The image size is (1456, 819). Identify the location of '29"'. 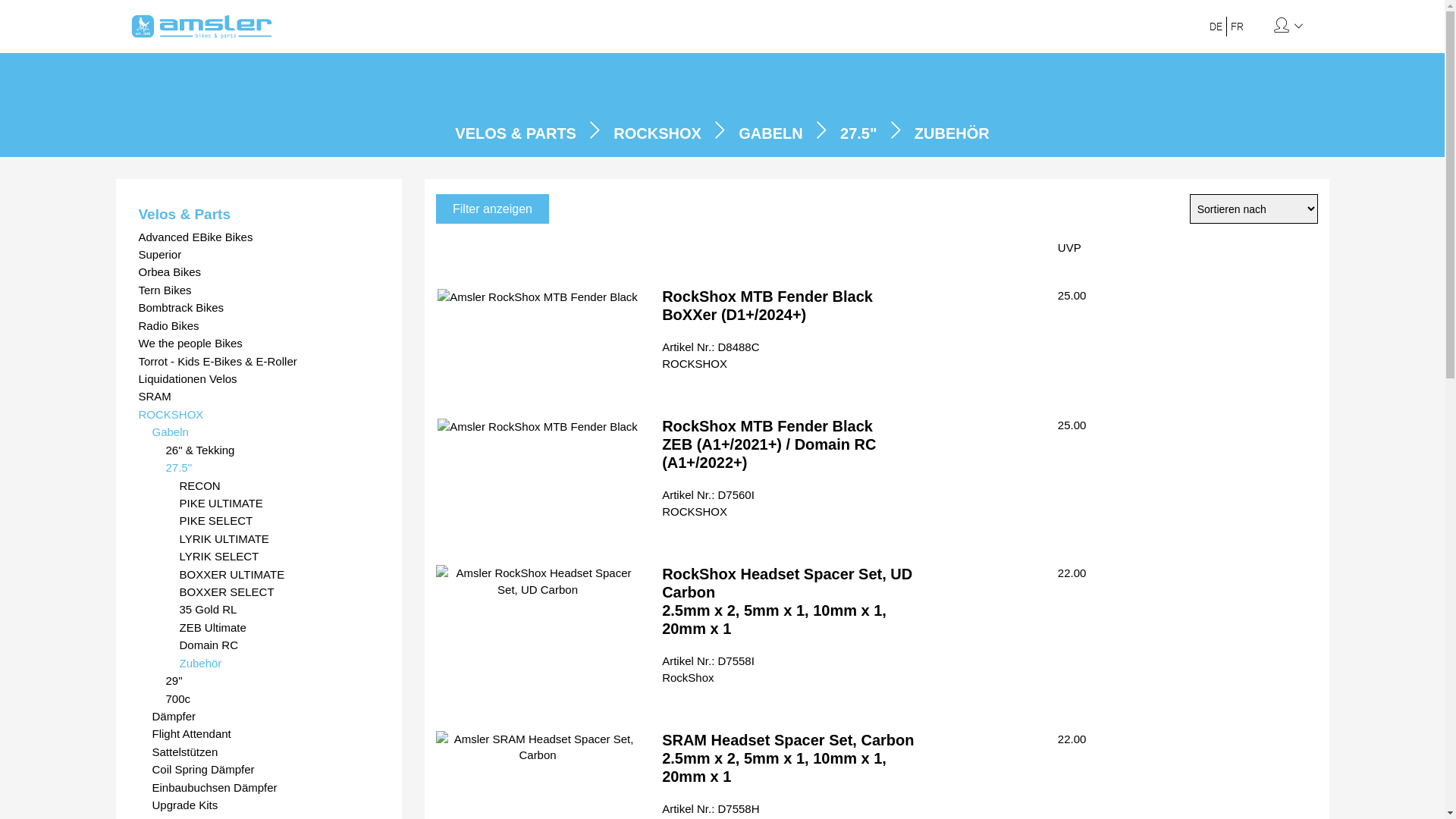
(272, 679).